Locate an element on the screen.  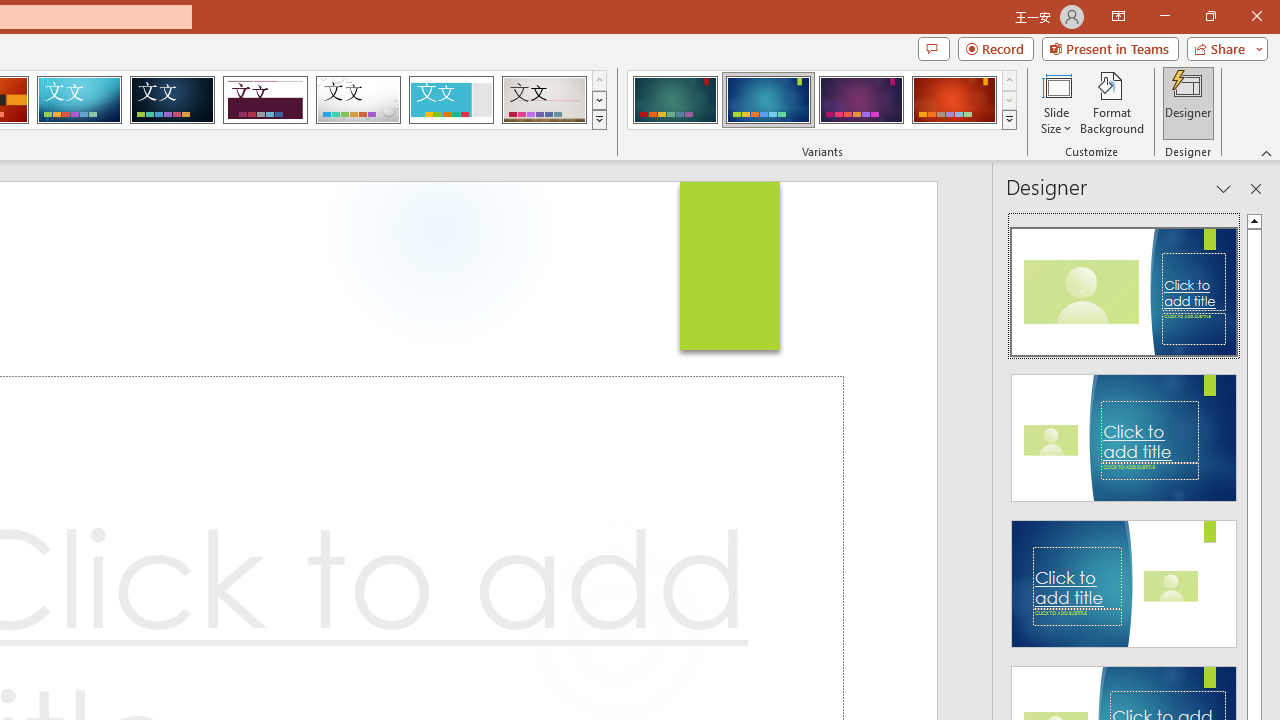
'Recommended Design: Design Idea' is located at coordinates (1124, 286).